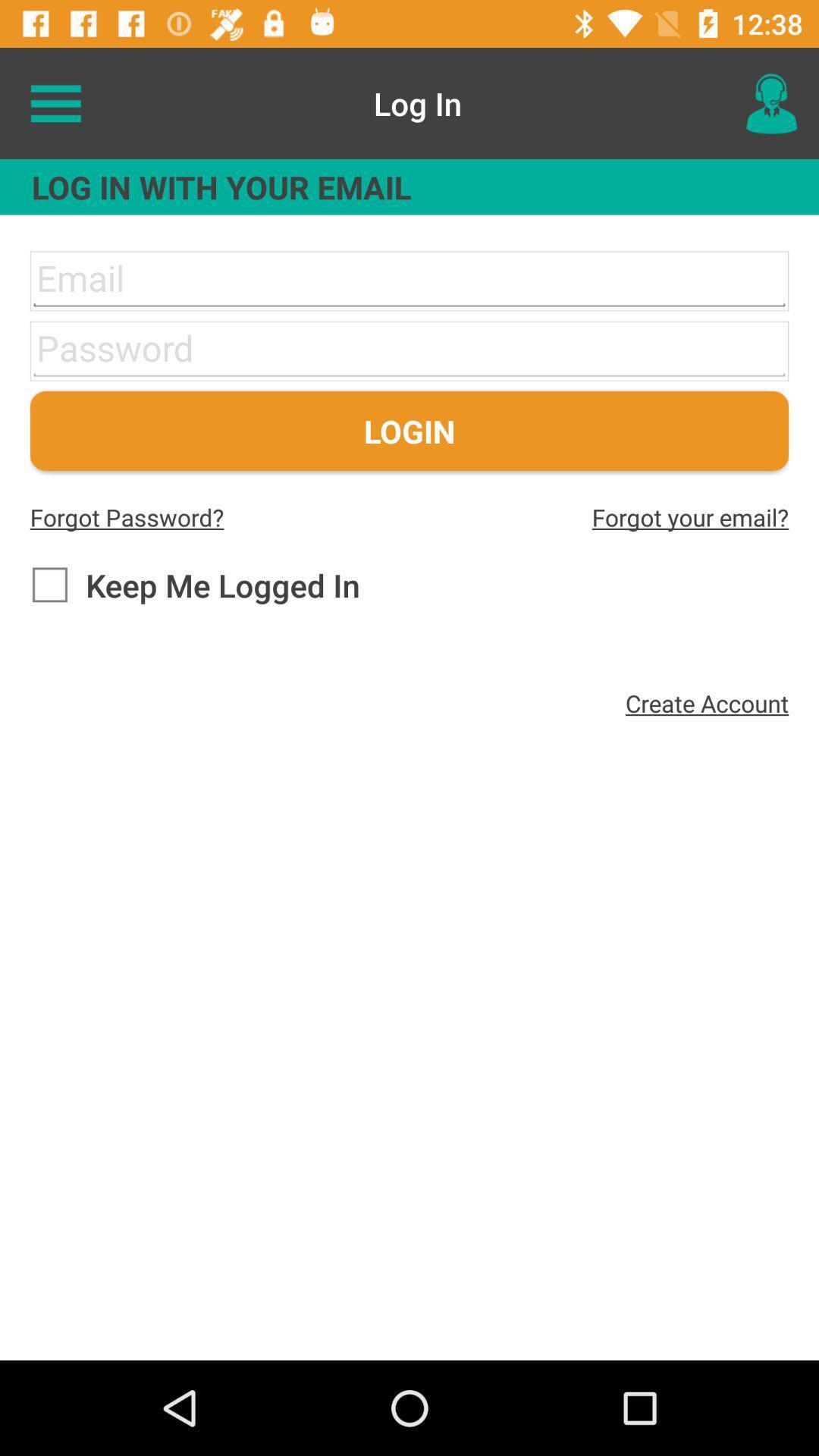 This screenshot has width=819, height=1456. I want to click on the icon below forgot your email? item, so click(707, 702).